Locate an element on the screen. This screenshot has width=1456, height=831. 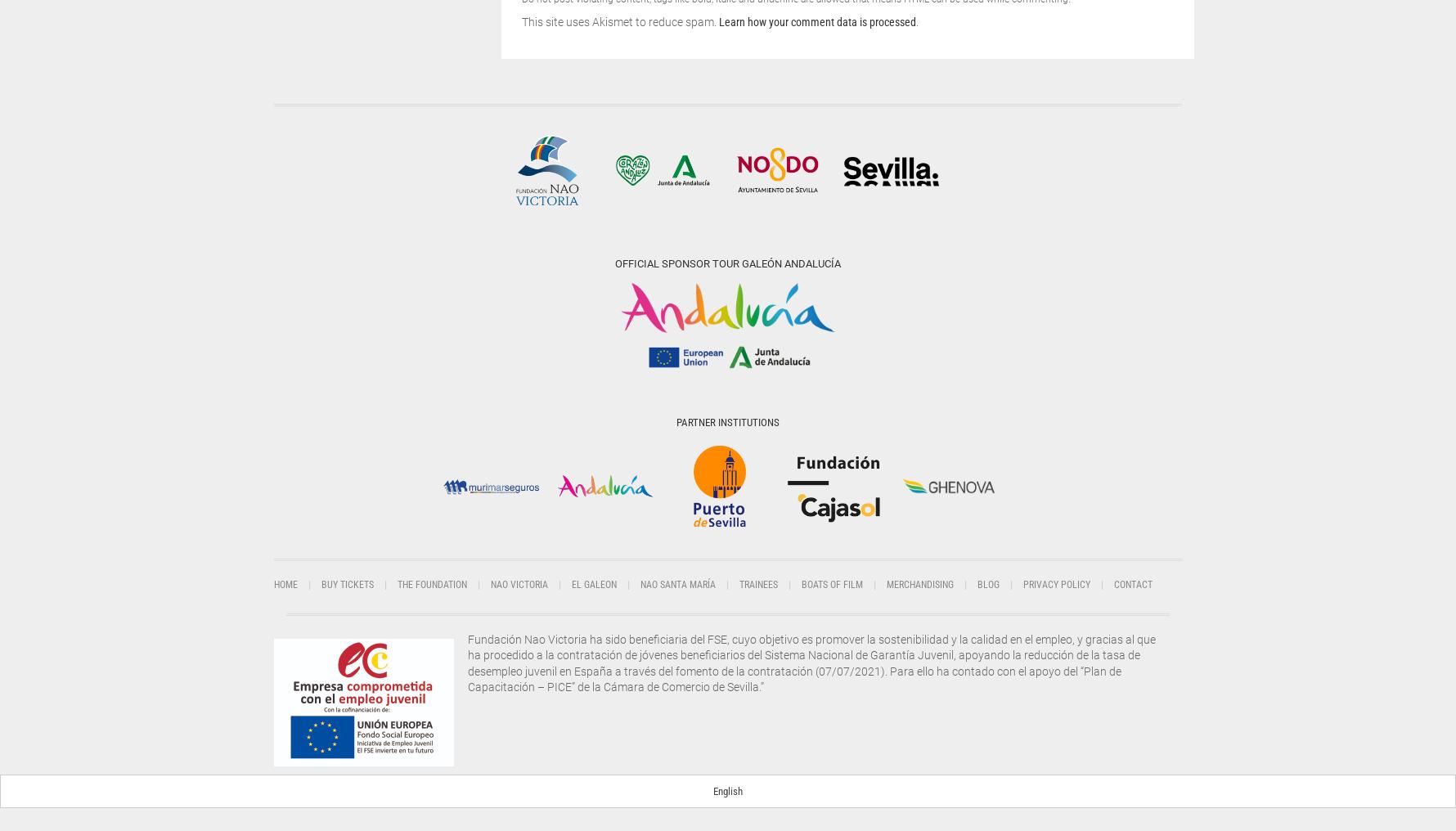
'Buy Tickets' is located at coordinates (347, 584).